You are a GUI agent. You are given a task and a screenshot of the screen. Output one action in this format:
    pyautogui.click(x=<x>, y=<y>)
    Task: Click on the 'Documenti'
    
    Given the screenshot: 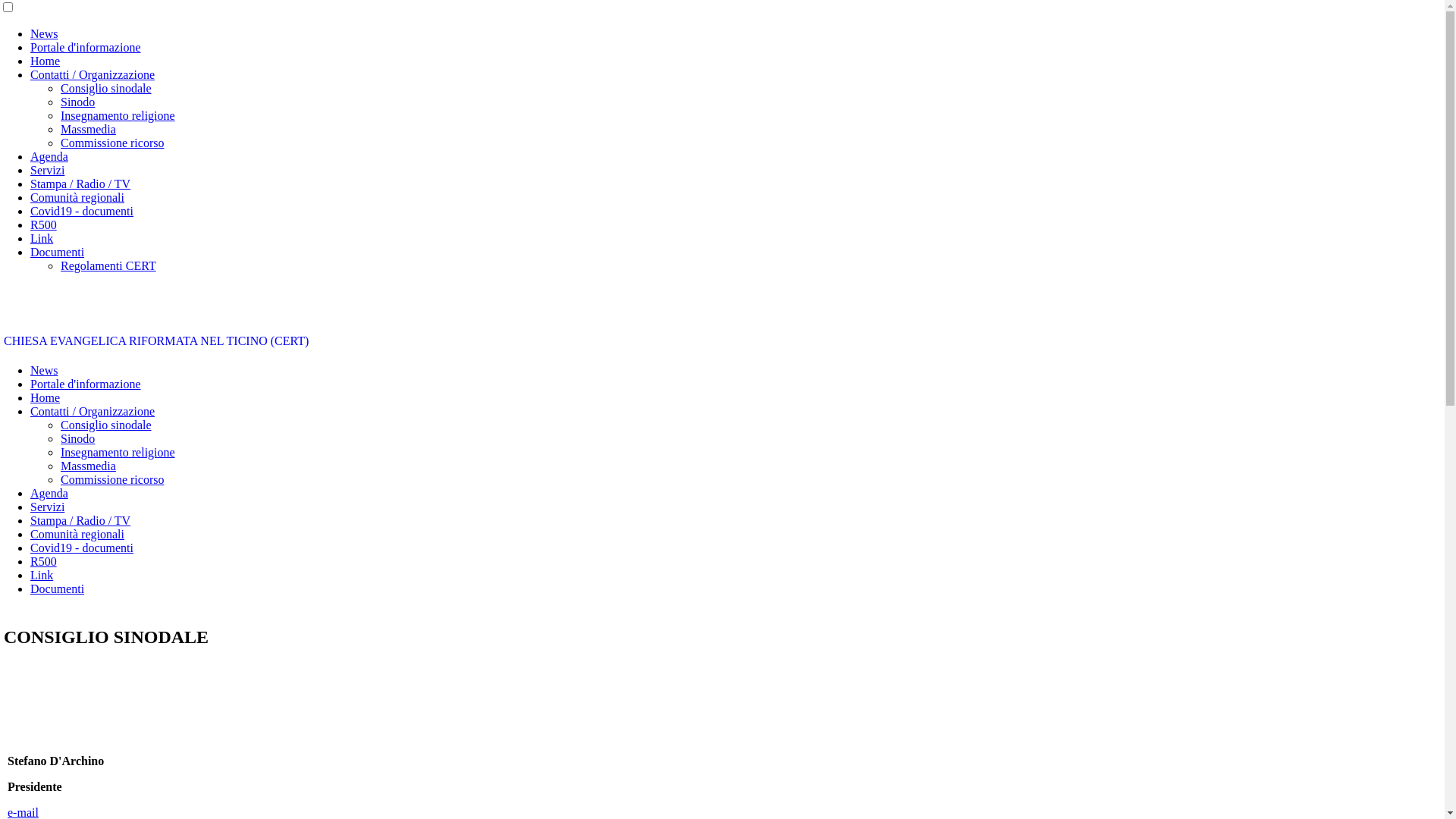 What is the action you would take?
    pyautogui.click(x=57, y=588)
    